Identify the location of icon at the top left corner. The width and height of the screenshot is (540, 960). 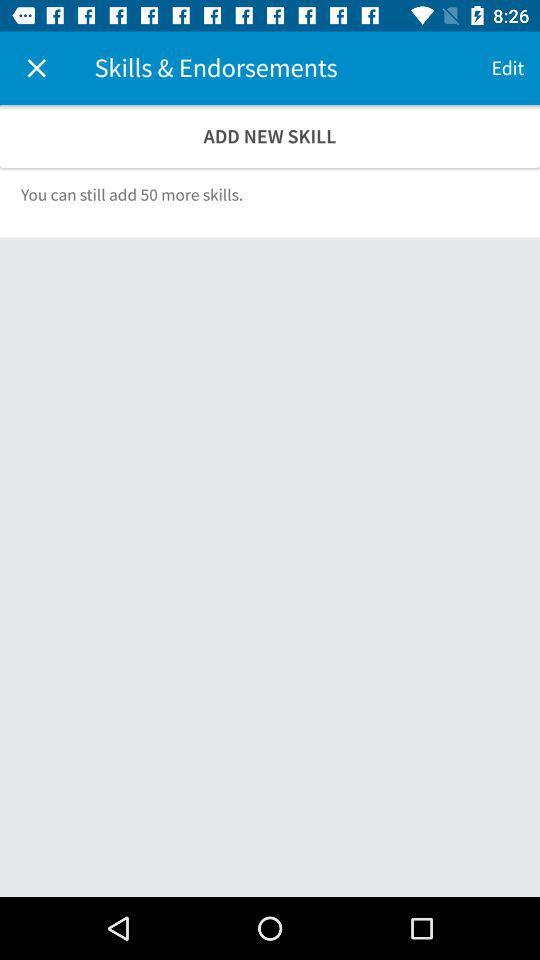
(36, 68).